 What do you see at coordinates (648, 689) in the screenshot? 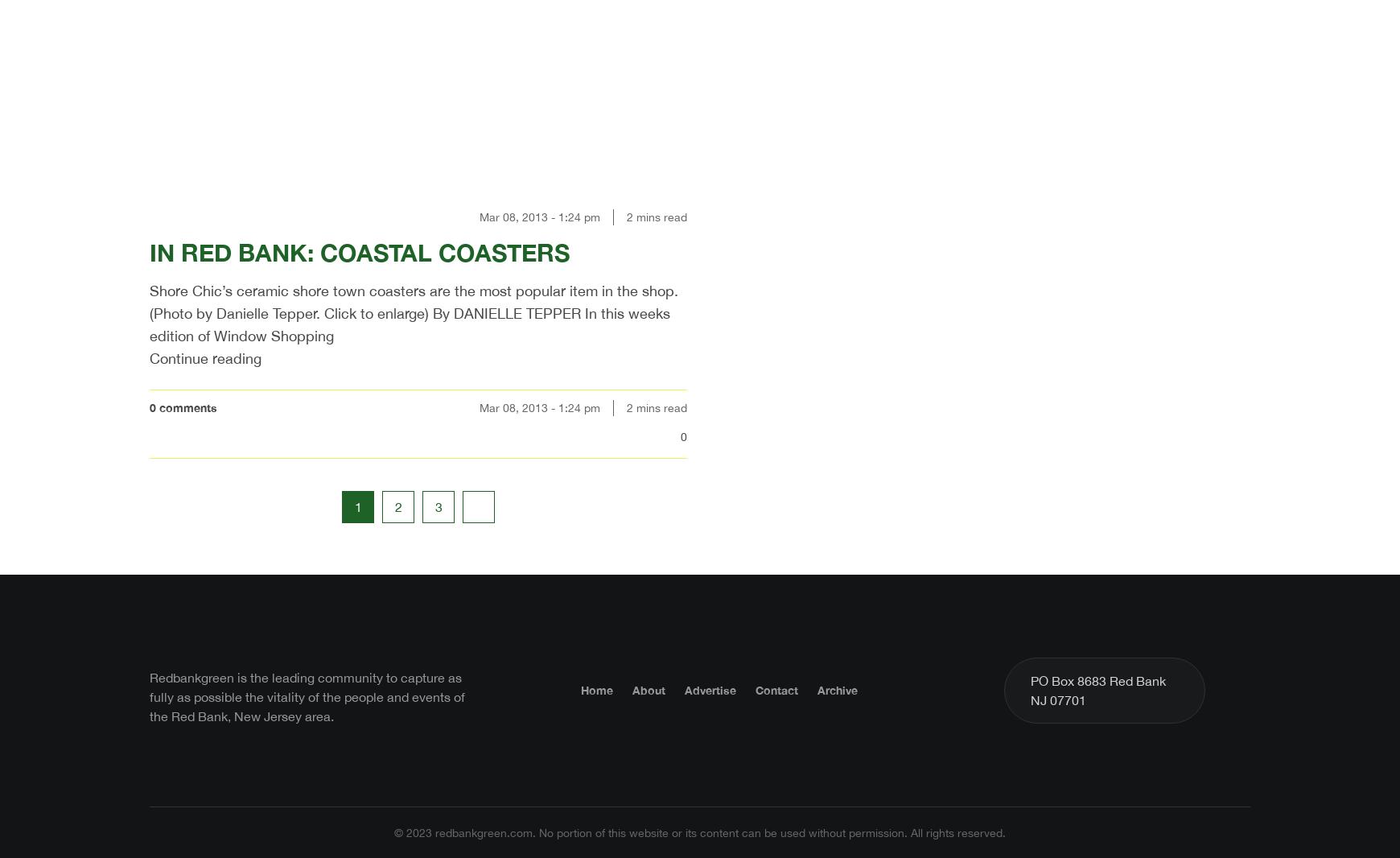
I see `'About'` at bounding box center [648, 689].